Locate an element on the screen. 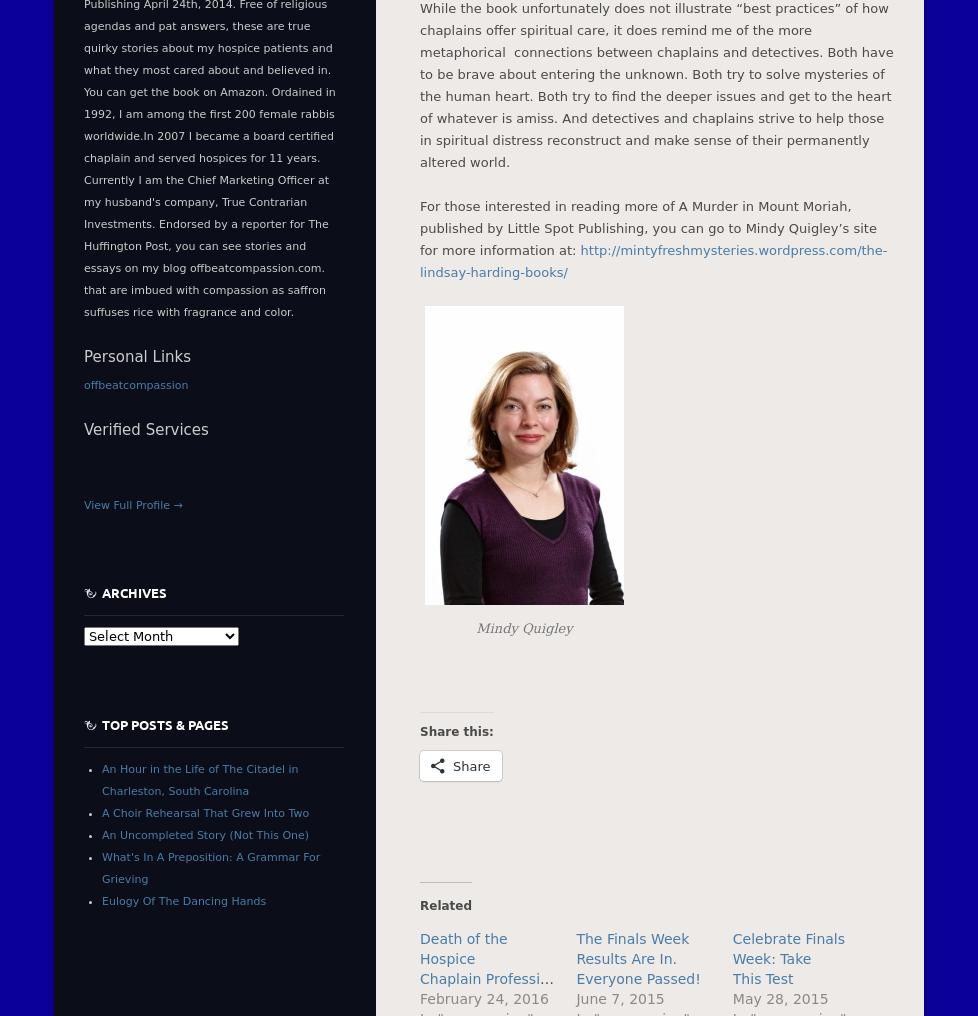 This screenshot has width=978, height=1016. 'Mindy Quigley' is located at coordinates (474, 627).